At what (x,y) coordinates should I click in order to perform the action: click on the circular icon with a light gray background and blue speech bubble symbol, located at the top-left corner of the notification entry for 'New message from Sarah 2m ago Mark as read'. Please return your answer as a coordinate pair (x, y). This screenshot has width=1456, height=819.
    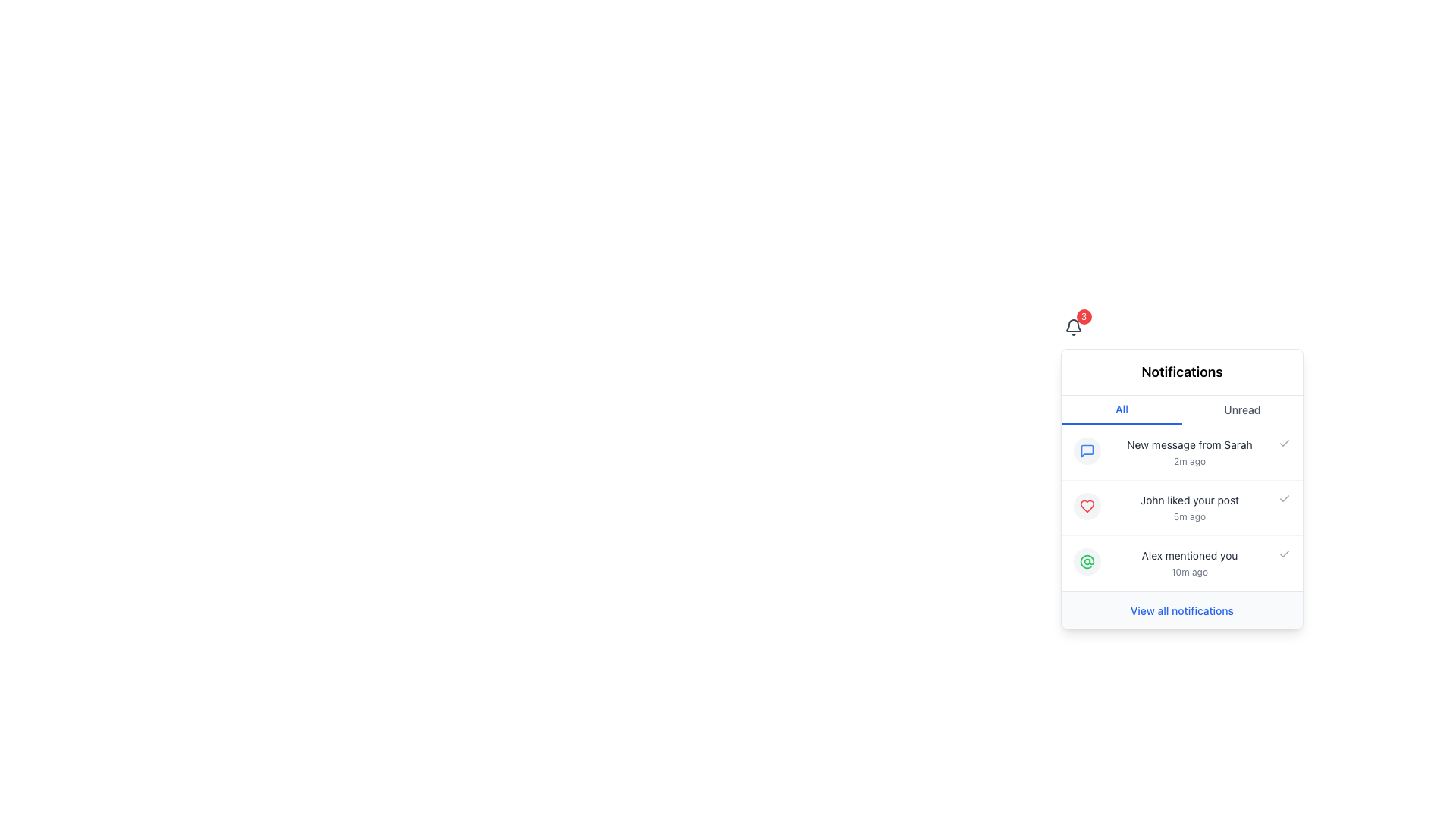
    Looking at the image, I should click on (1087, 450).